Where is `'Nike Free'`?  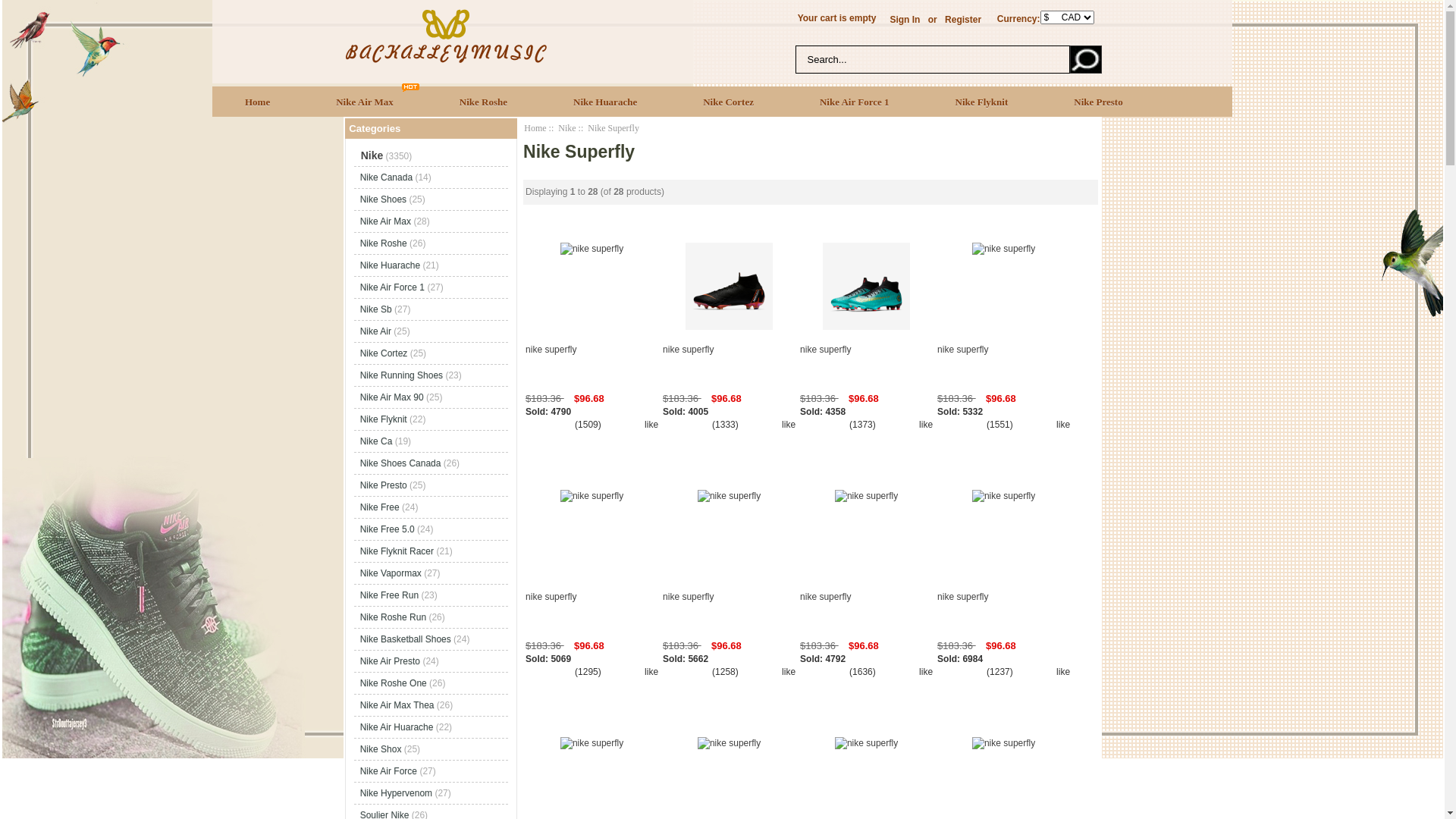
'Nike Free' is located at coordinates (379, 507).